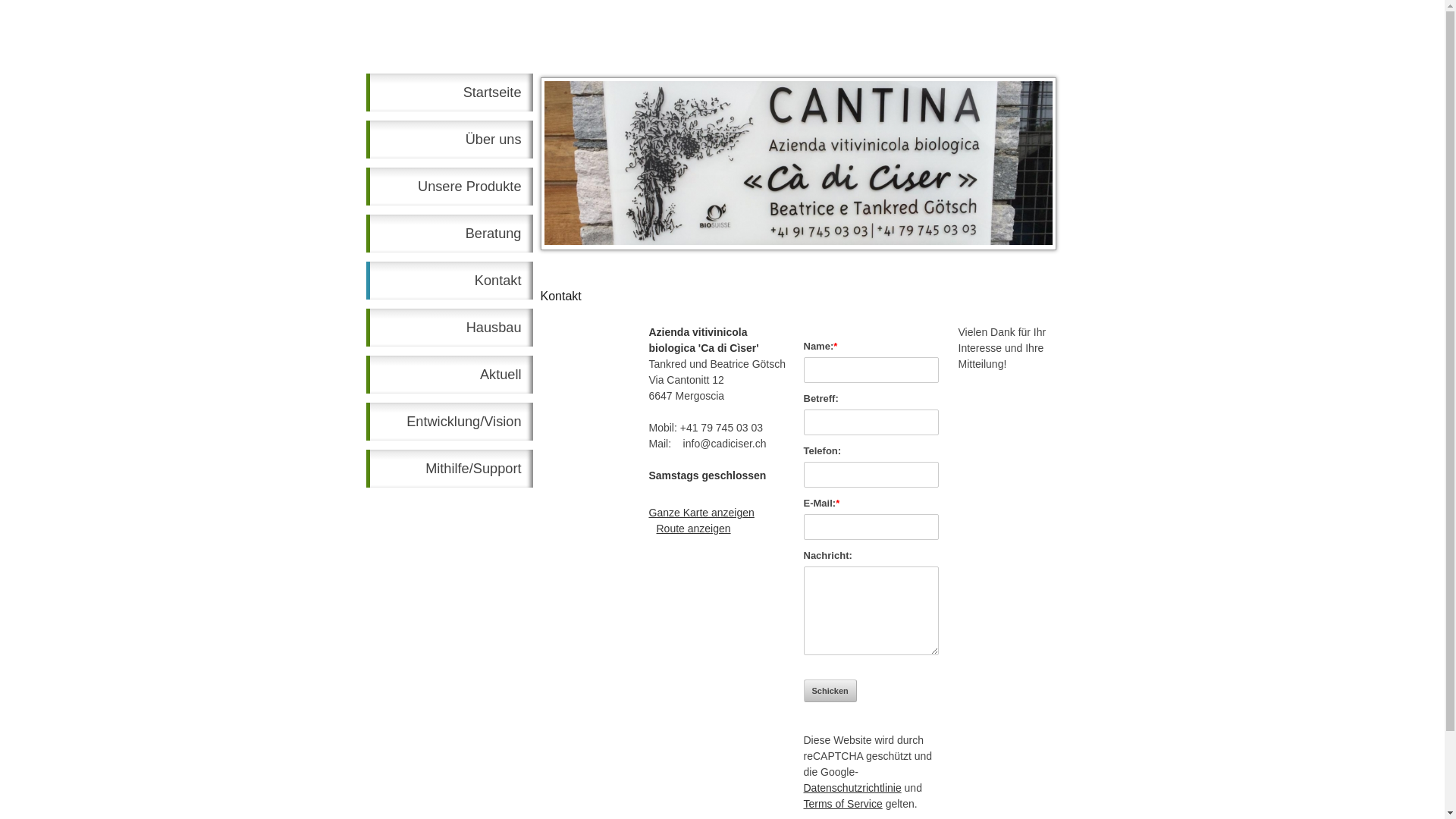 The height and width of the screenshot is (819, 1456). What do you see at coordinates (447, 374) in the screenshot?
I see `'Aktuell'` at bounding box center [447, 374].